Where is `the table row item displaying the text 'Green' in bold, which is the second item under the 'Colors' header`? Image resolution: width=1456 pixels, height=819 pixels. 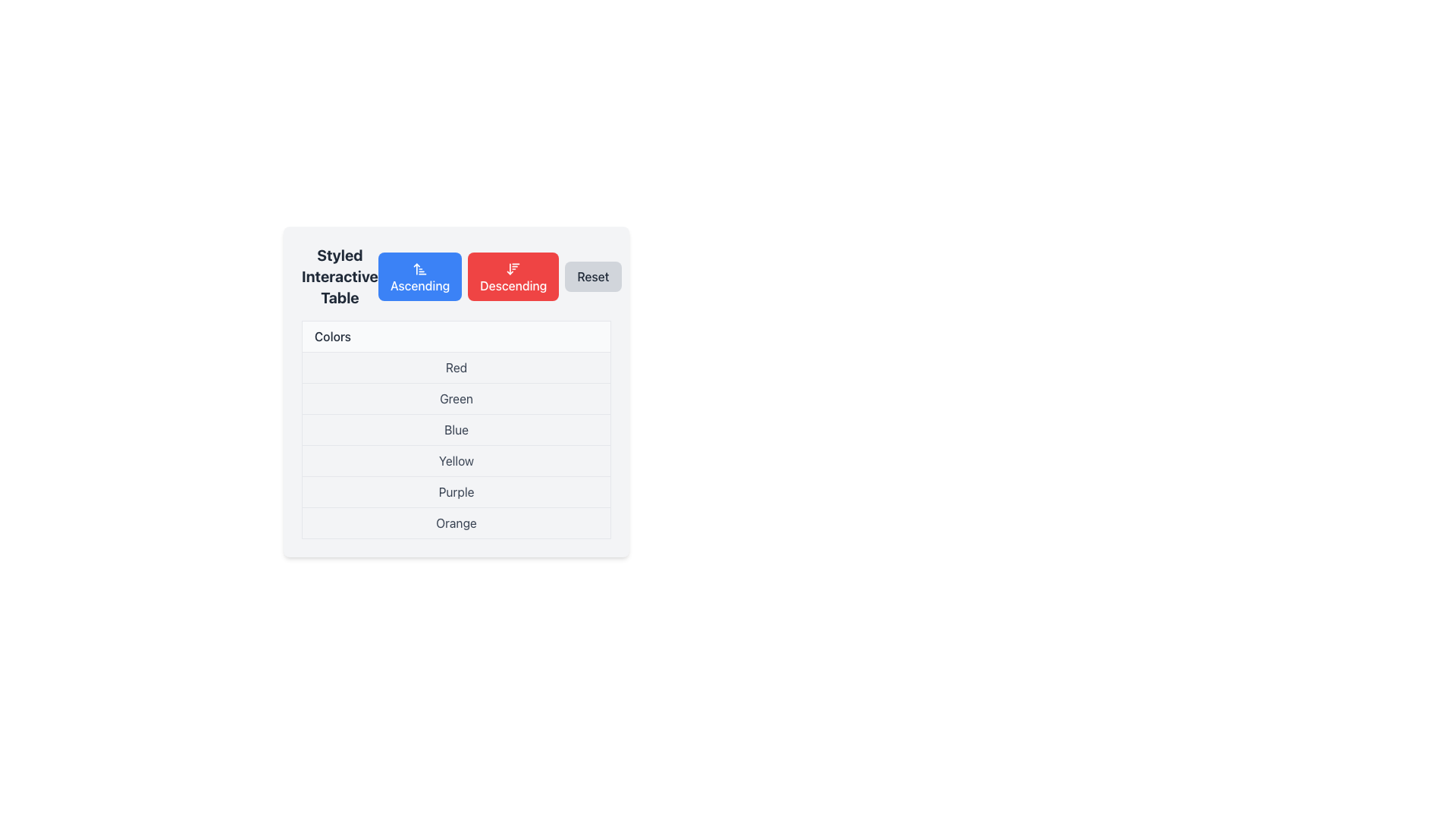 the table row item displaying the text 'Green' in bold, which is the second item under the 'Colors' header is located at coordinates (455, 391).